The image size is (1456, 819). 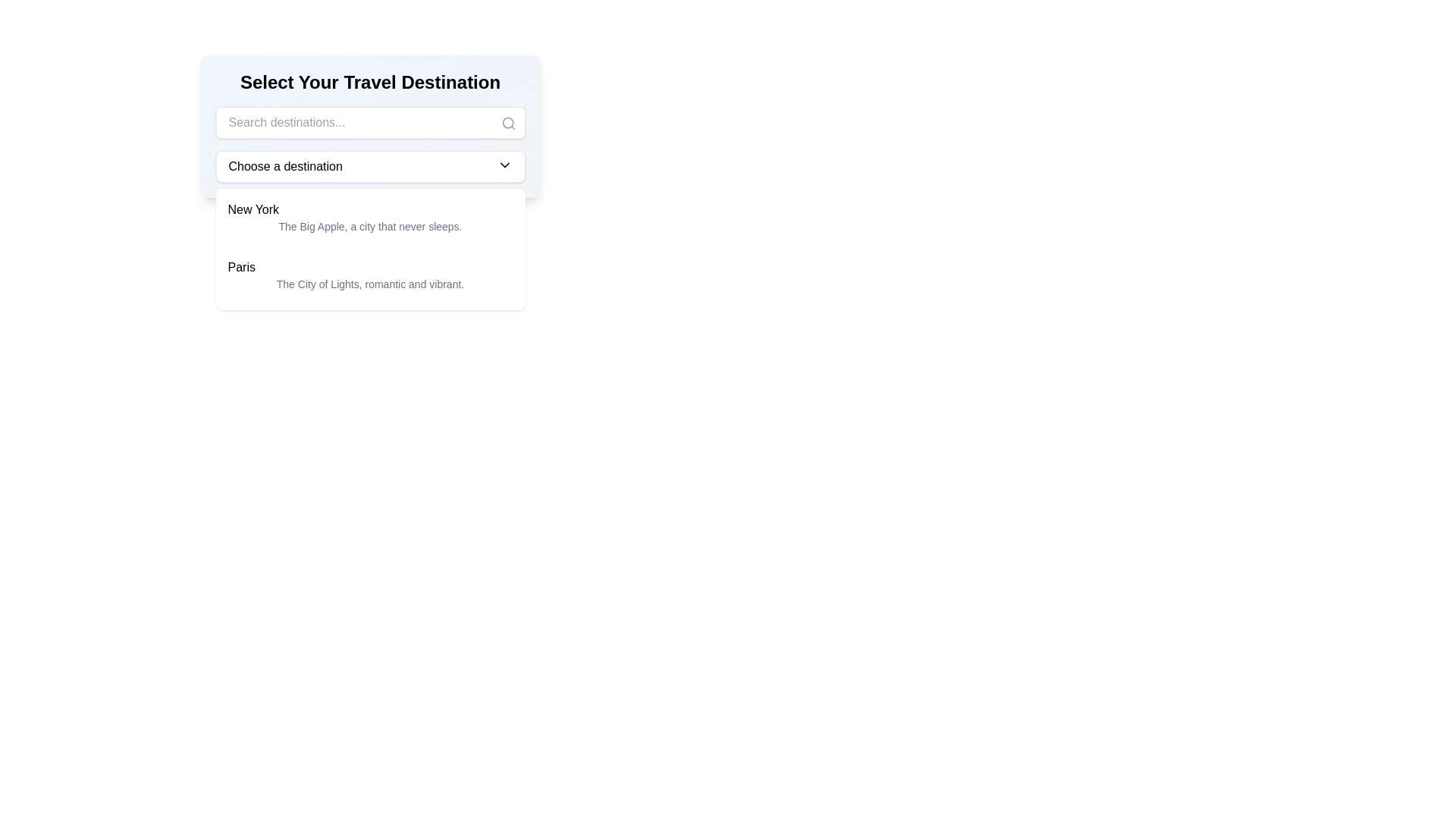 I want to click on the visual state of the circular SVG component associated with the 'Search destinations...' input field, located at the top-right corner of the search box, so click(x=507, y=122).